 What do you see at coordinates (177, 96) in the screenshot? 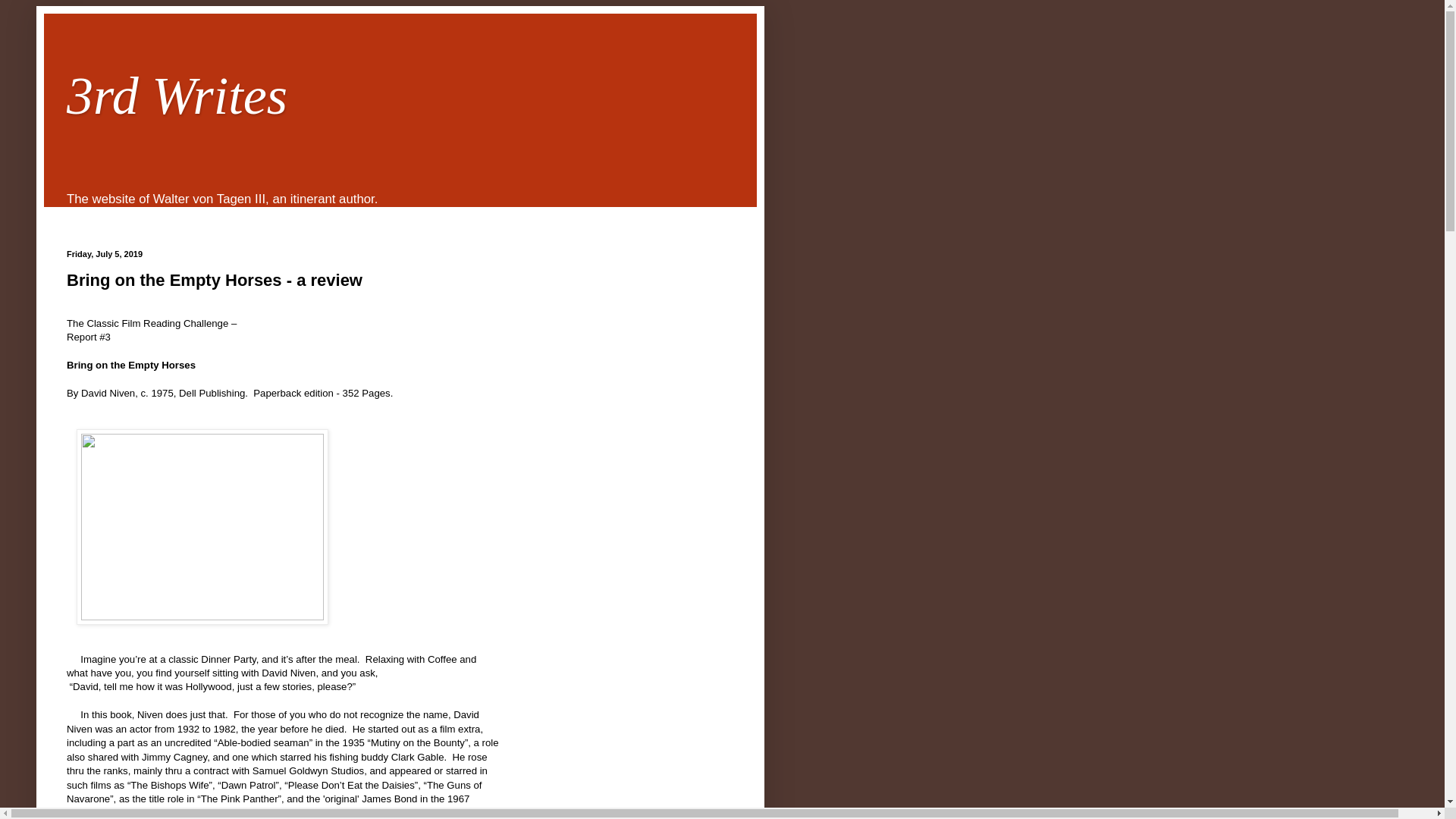
I see `'3rd Writes'` at bounding box center [177, 96].